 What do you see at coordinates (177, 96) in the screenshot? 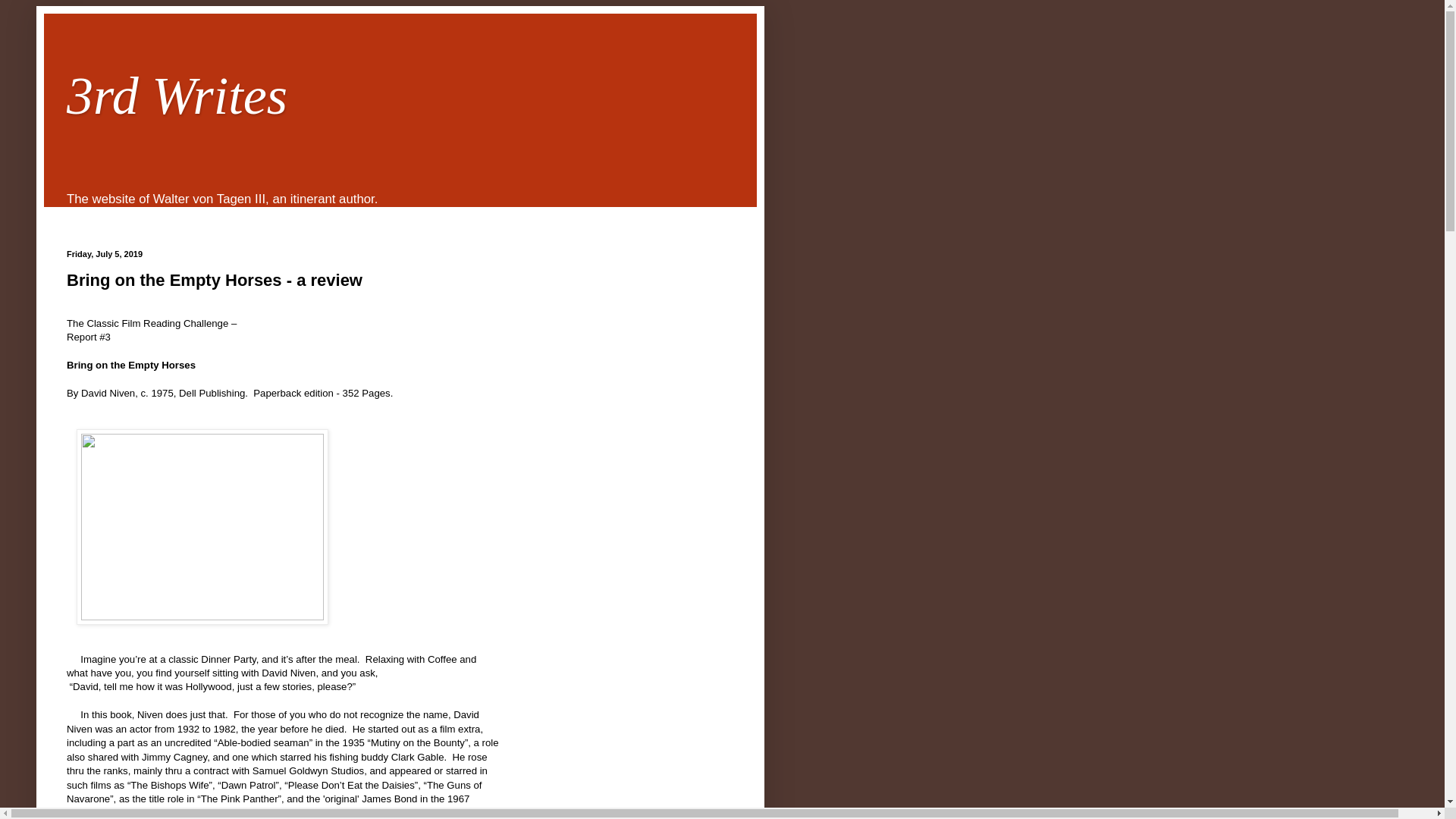
I see `'3rd Writes'` at bounding box center [177, 96].